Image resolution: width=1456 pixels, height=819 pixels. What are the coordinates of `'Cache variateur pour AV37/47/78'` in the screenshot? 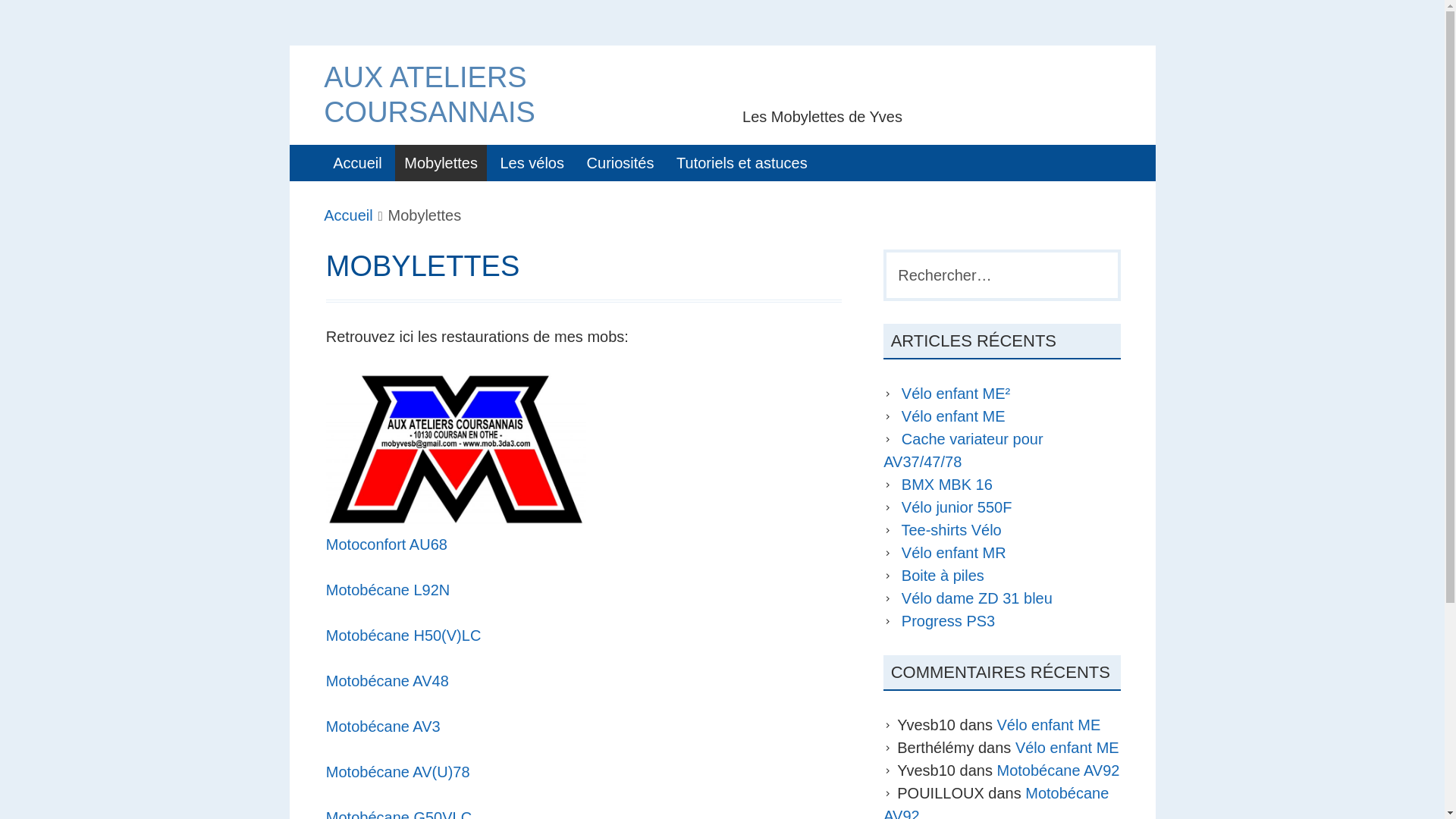 It's located at (962, 450).